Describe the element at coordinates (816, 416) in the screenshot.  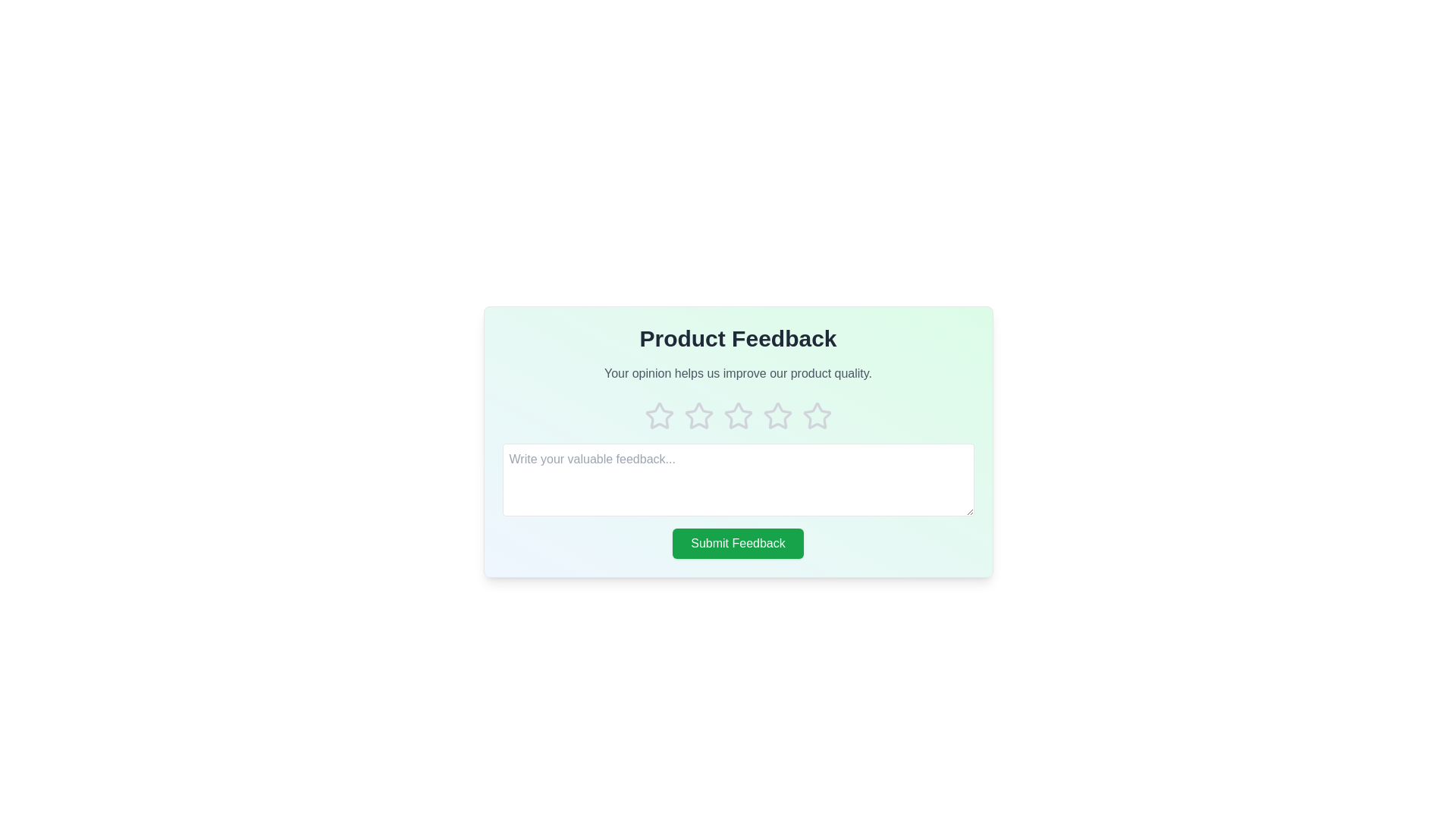
I see `the fifth star icon in the rating widget` at that location.